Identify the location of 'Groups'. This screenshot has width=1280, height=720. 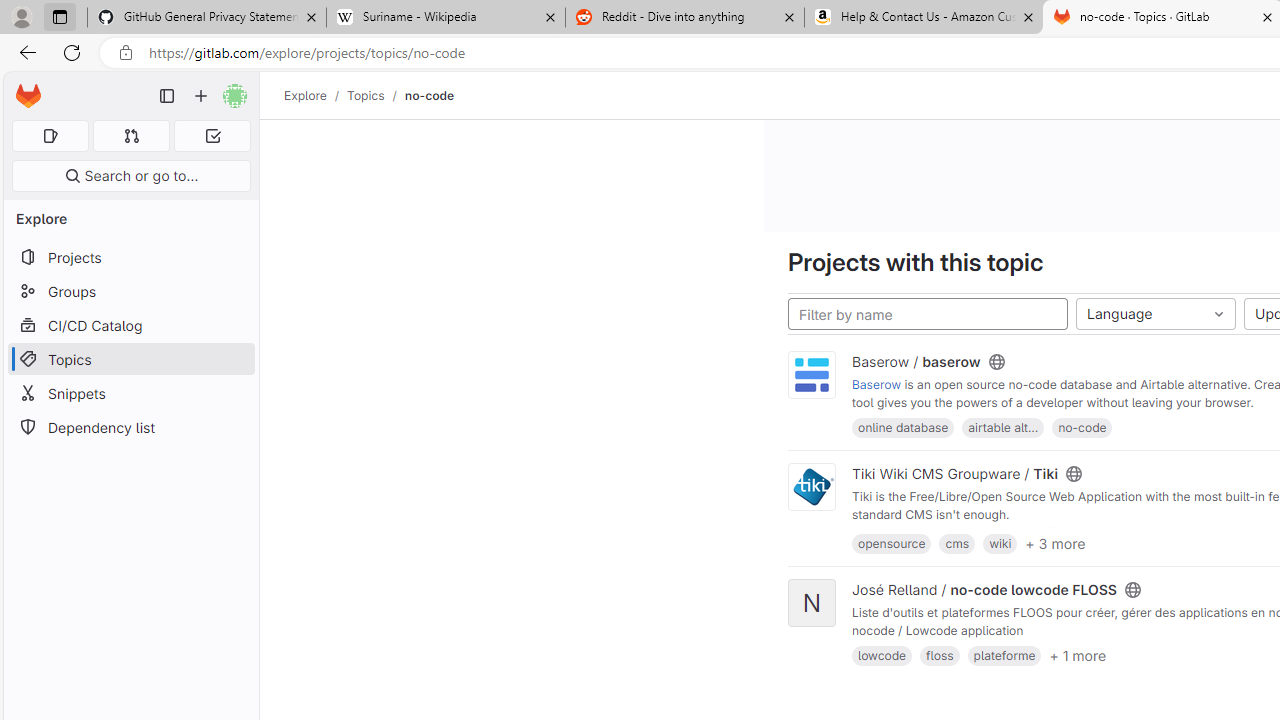
(130, 291).